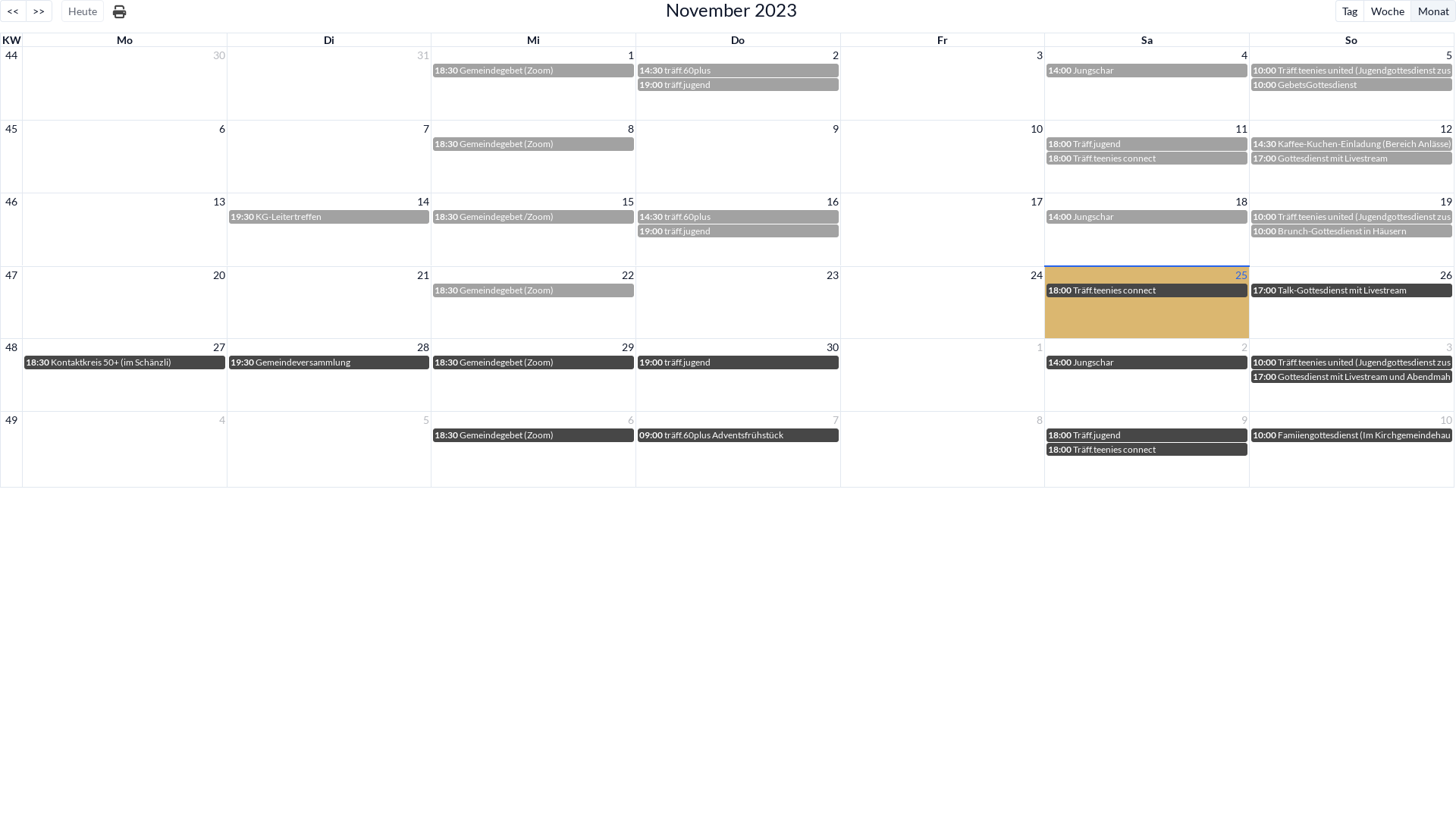 This screenshot has width=1456, height=819. I want to click on '>>', so click(39, 11).